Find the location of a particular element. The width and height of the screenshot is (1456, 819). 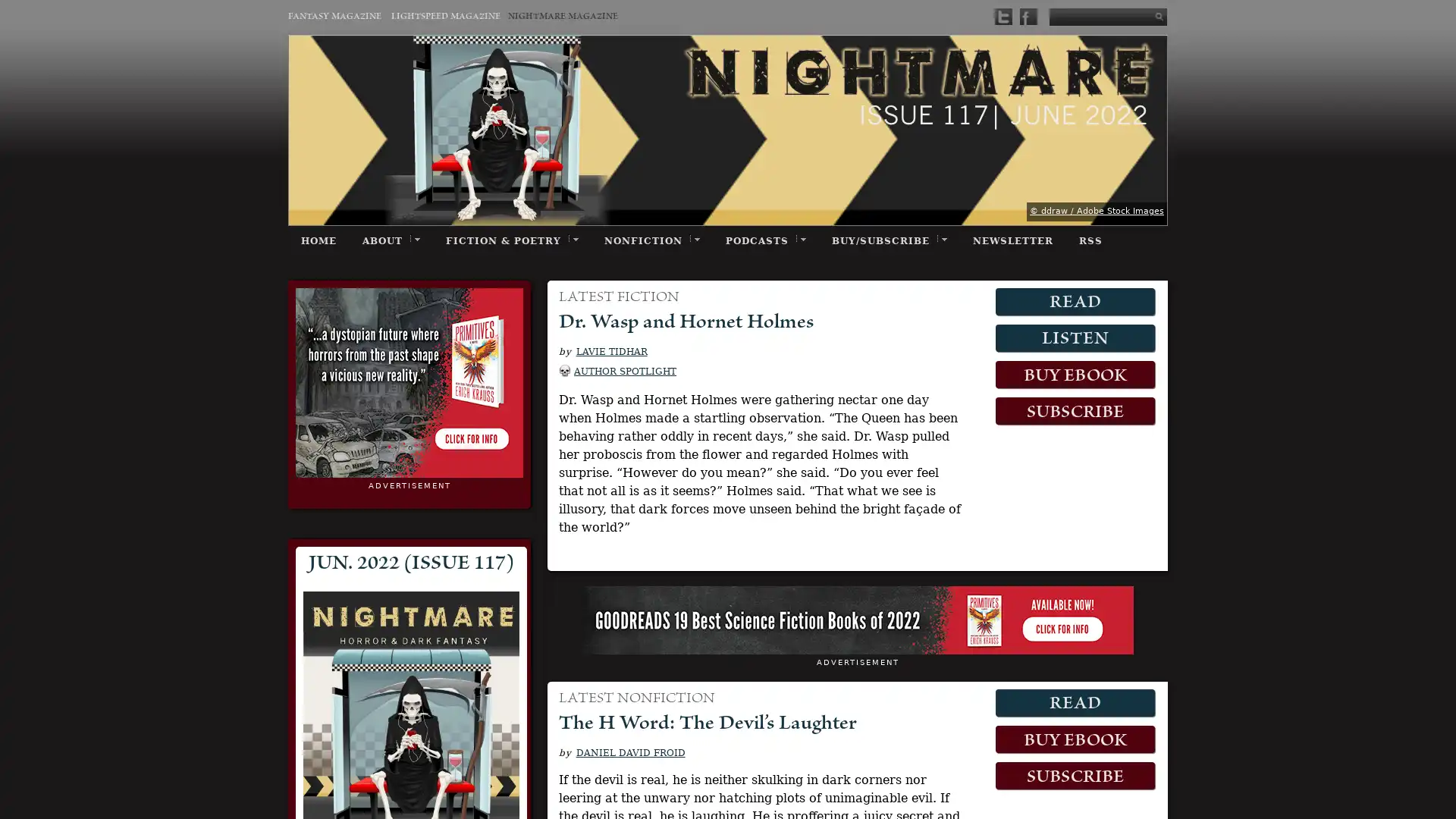

Submit is located at coordinates (1175, 16).